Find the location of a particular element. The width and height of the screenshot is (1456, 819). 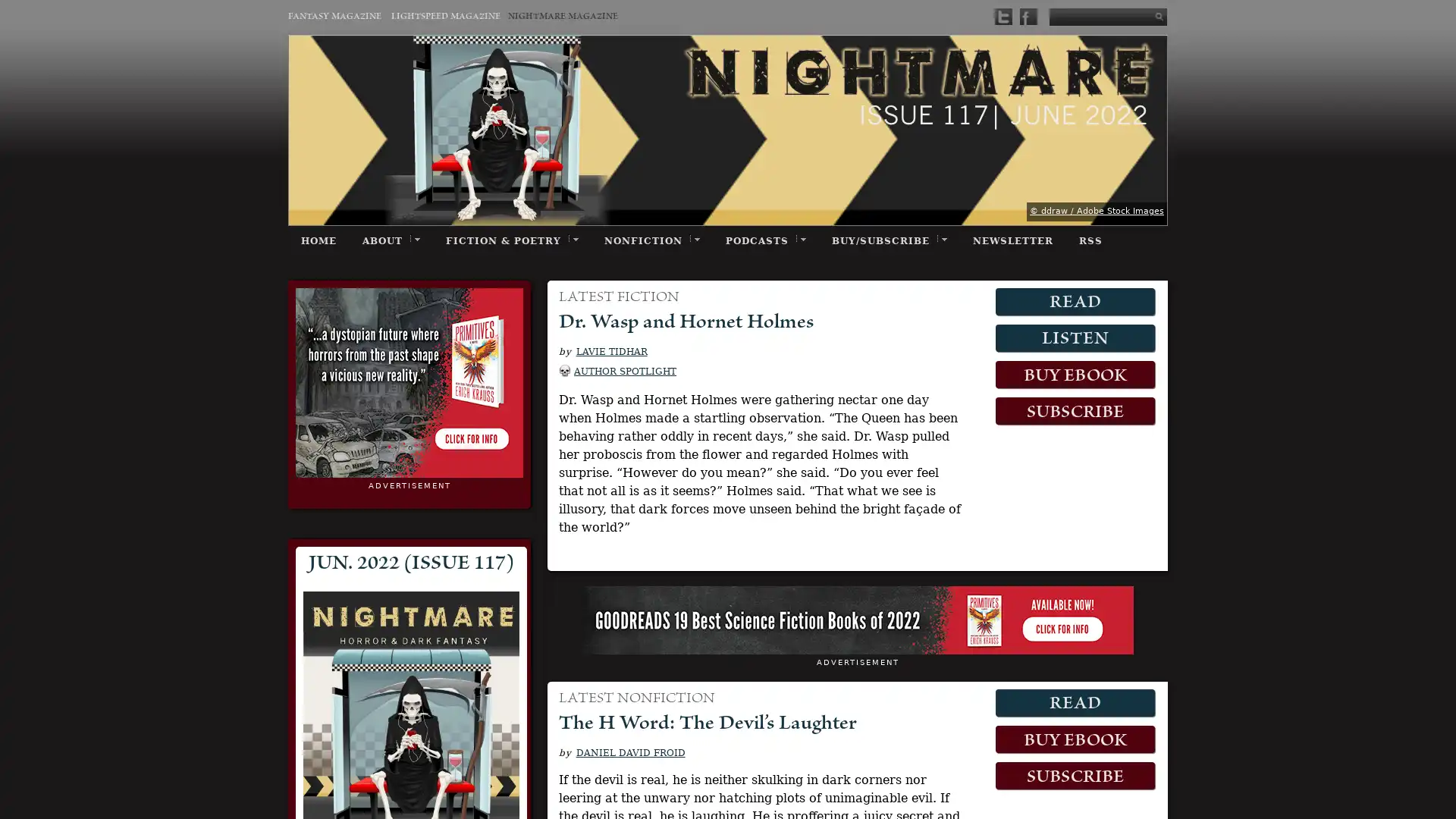

Submit is located at coordinates (1175, 16).